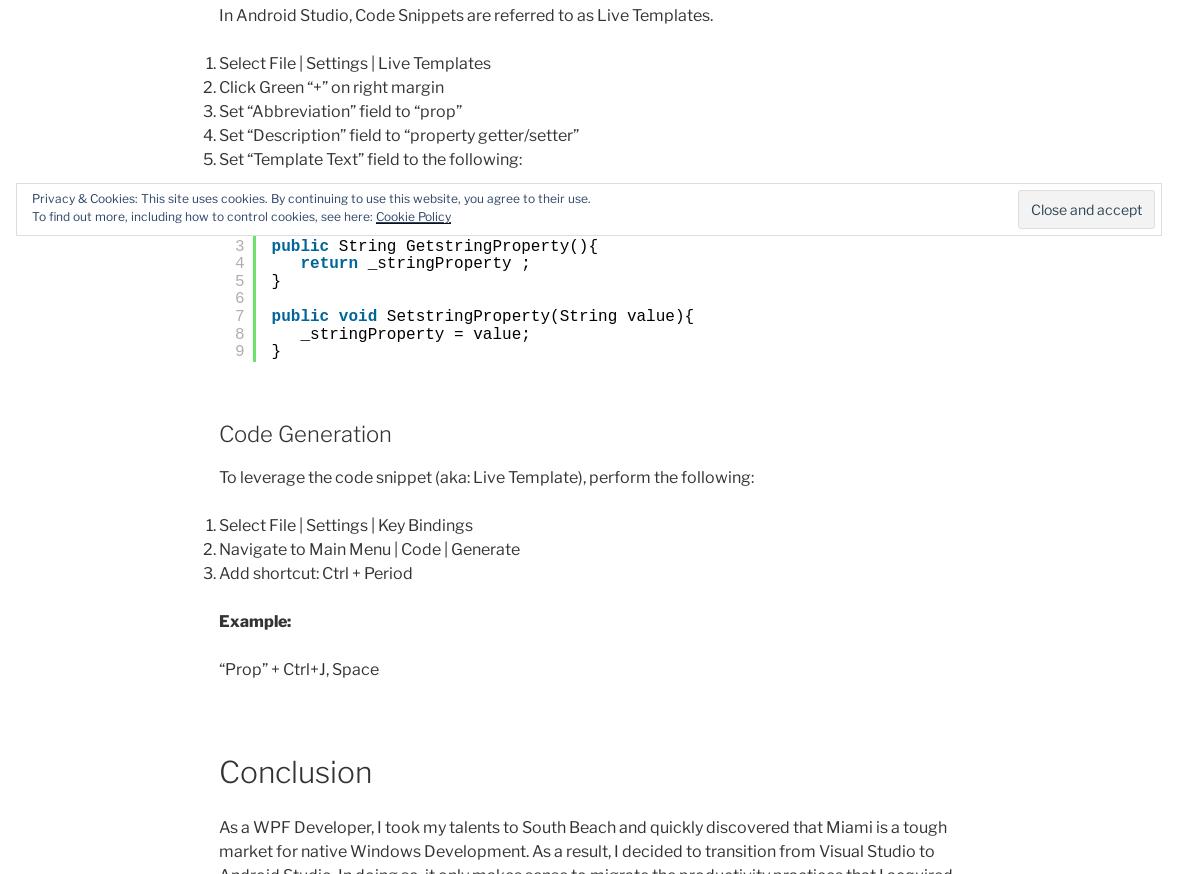 This screenshot has height=874, width=1178. Describe the element at coordinates (31, 197) in the screenshot. I see `'Privacy & Cookies: This site uses cookies. By continuing to use this website, you agree to their use.'` at that location.